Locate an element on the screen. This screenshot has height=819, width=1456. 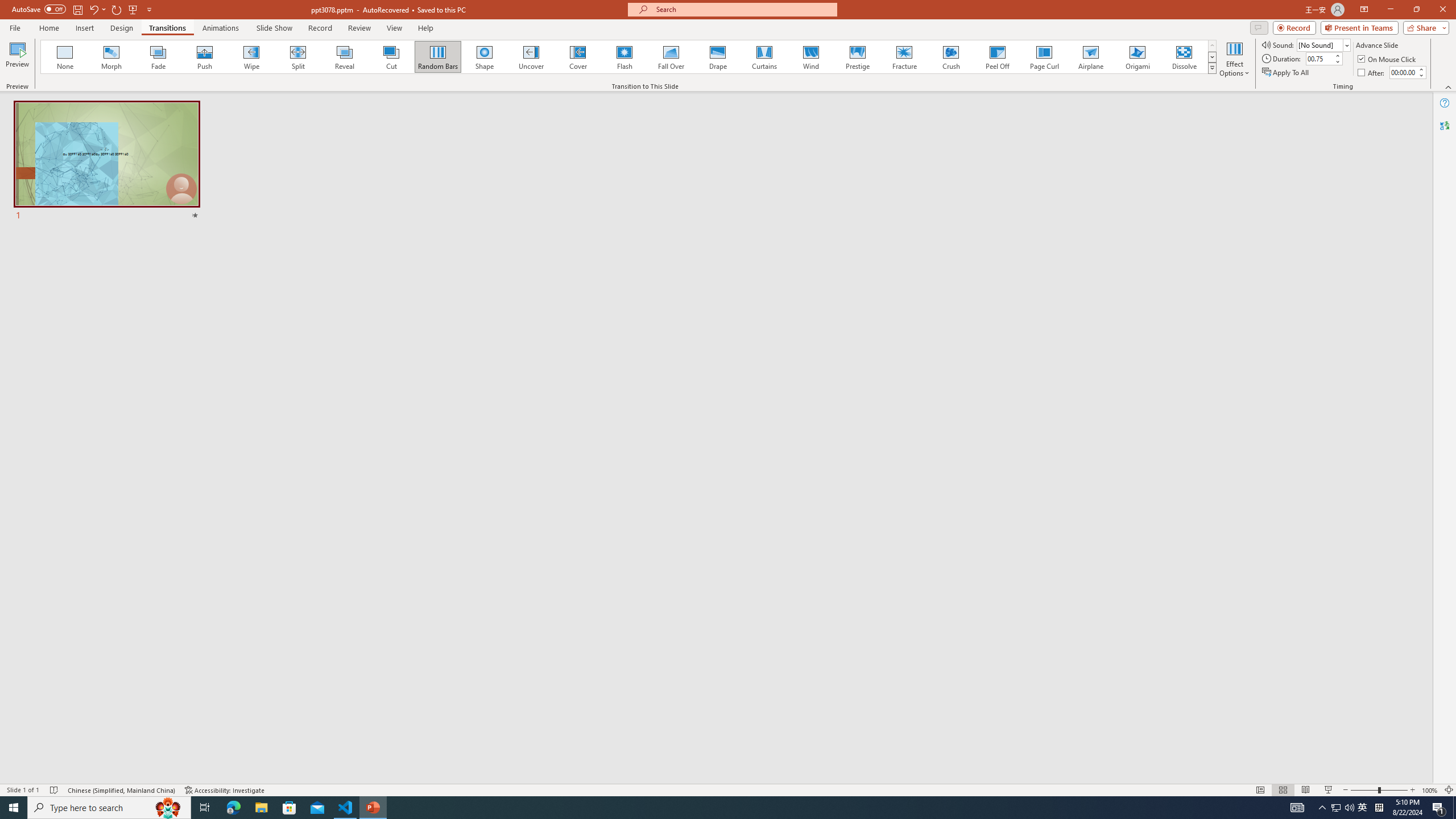
'Wind' is located at coordinates (810, 56).